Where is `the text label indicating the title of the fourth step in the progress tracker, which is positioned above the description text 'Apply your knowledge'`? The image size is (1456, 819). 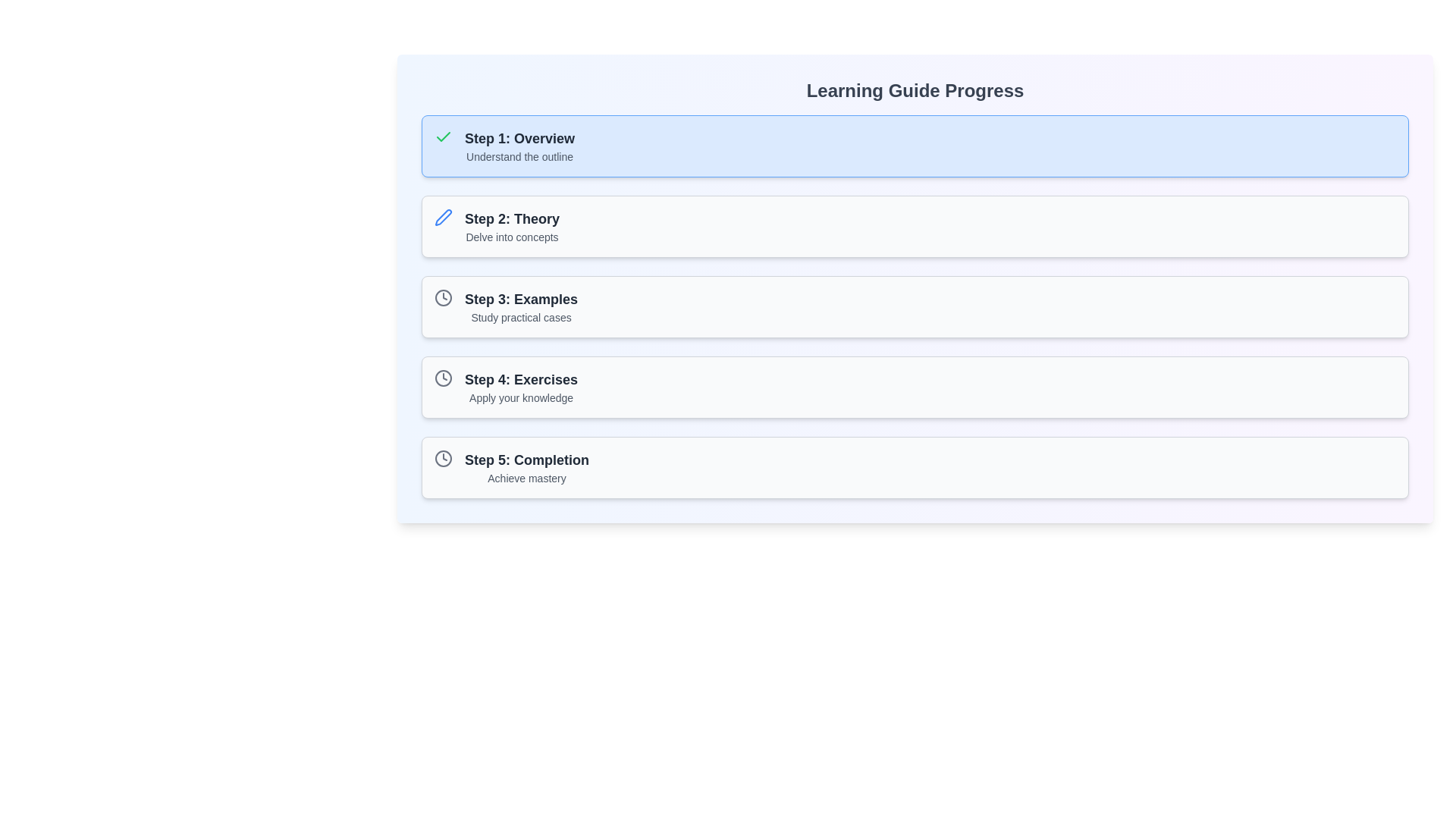 the text label indicating the title of the fourth step in the progress tracker, which is positioned above the description text 'Apply your knowledge' is located at coordinates (521, 379).